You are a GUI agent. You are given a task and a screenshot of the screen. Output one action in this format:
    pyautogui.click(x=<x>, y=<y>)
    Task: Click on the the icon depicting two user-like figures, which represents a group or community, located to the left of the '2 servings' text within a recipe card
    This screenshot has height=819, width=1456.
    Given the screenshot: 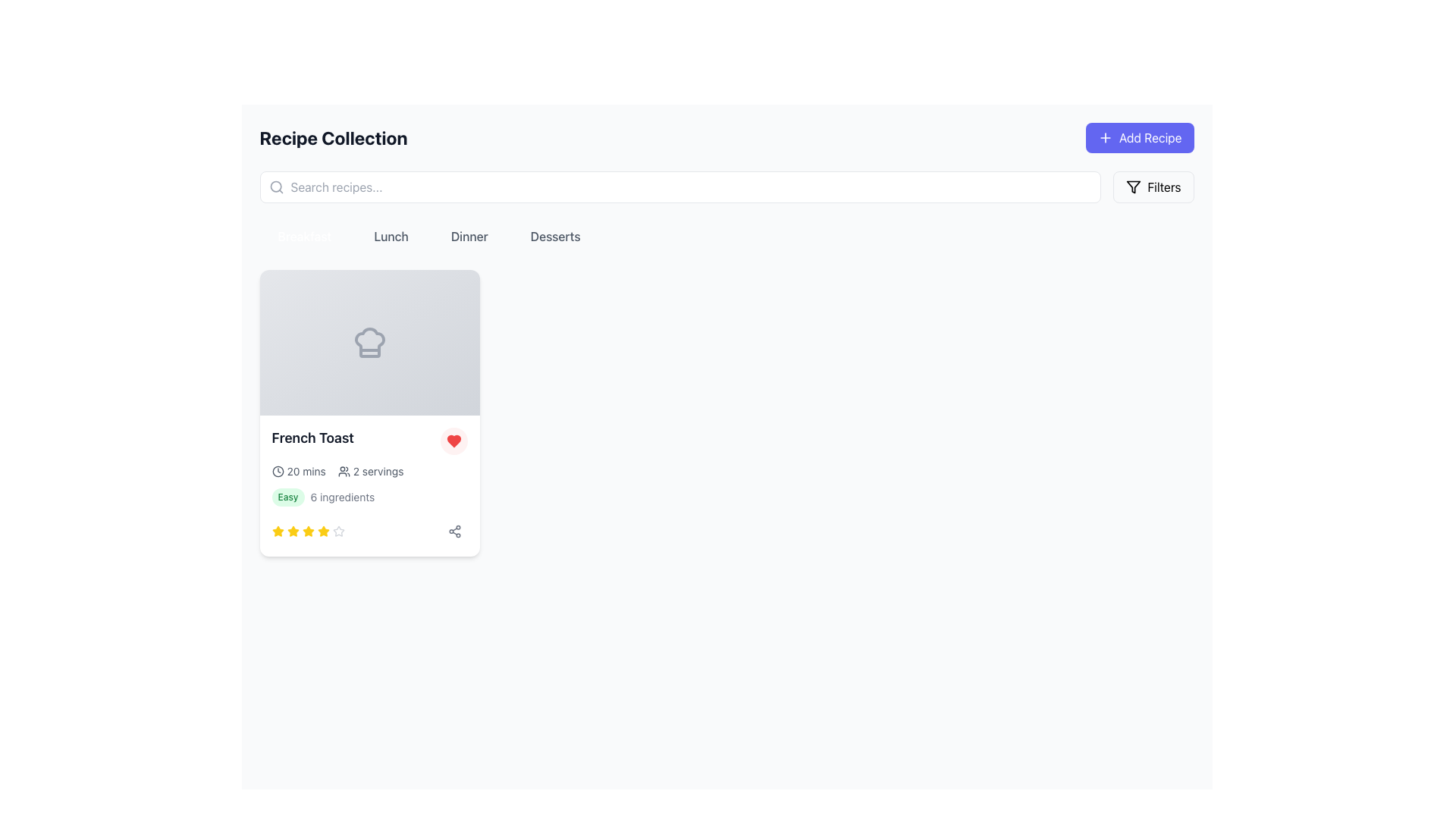 What is the action you would take?
    pyautogui.click(x=343, y=470)
    